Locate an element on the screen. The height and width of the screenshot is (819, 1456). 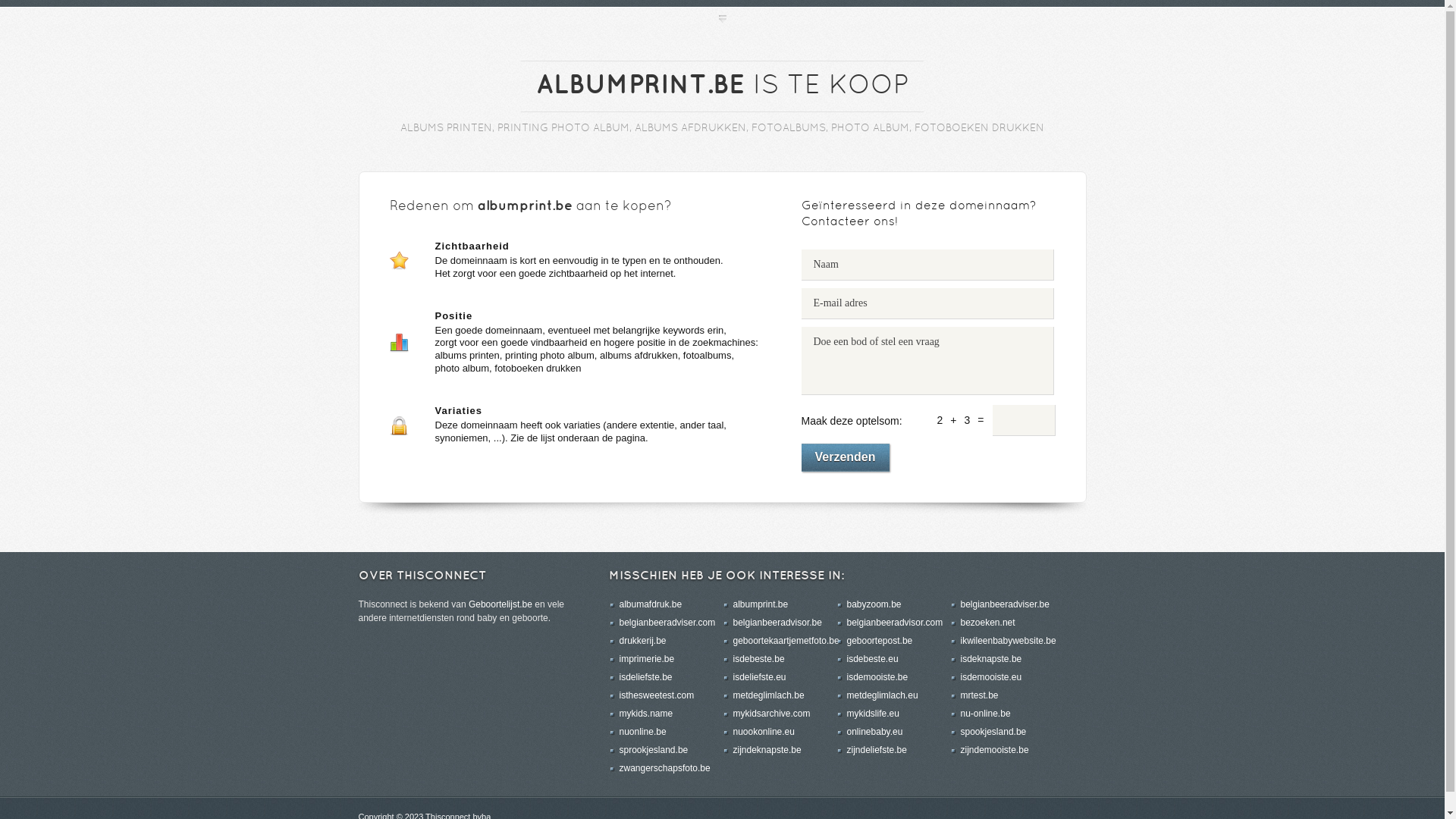
'Verzenden' is located at coordinates (843, 457).